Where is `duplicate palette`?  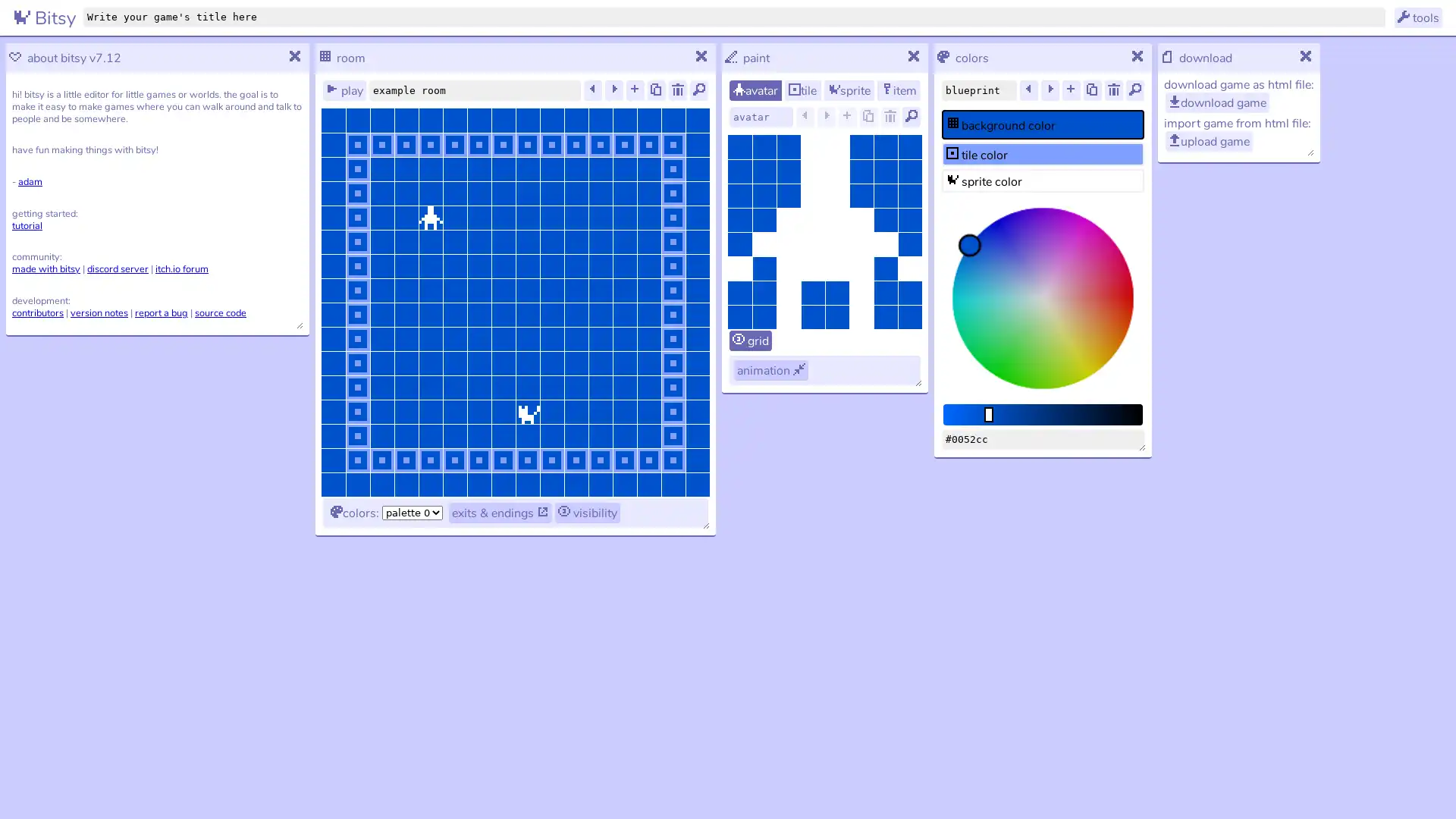 duplicate palette is located at coordinates (1092, 90).